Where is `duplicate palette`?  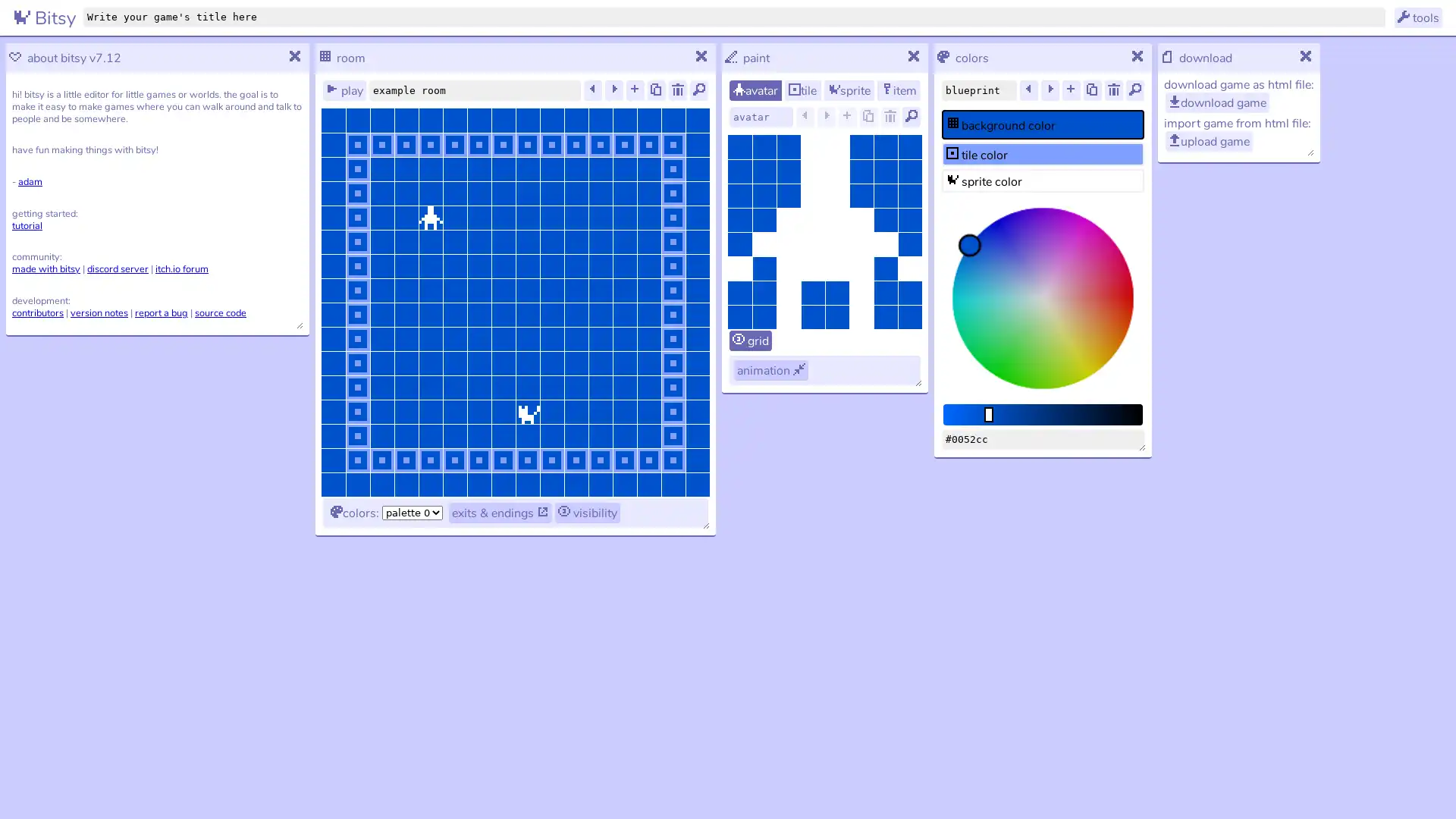 duplicate palette is located at coordinates (1092, 90).